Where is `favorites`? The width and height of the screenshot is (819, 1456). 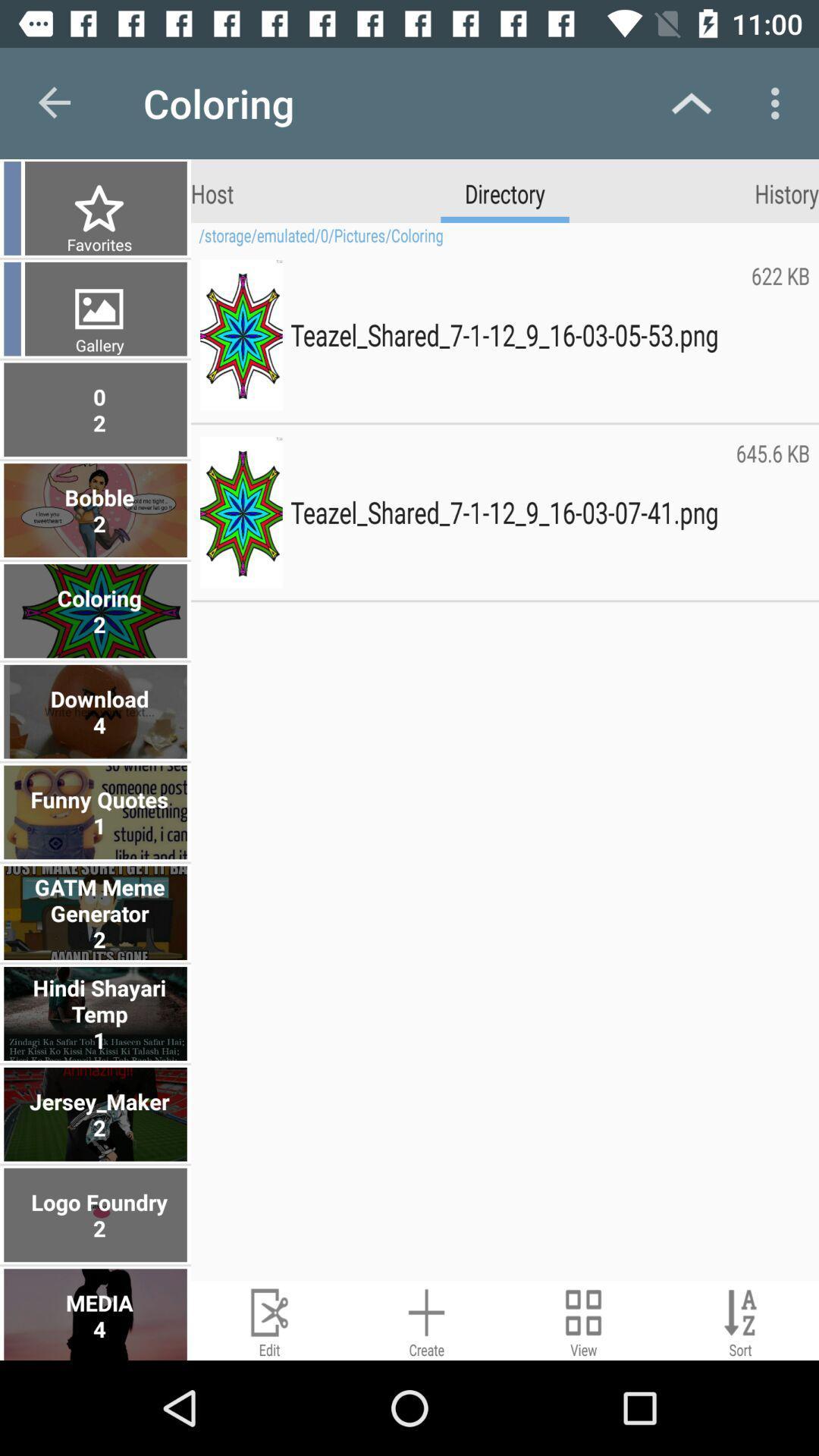 favorites is located at coordinates (97, 244).